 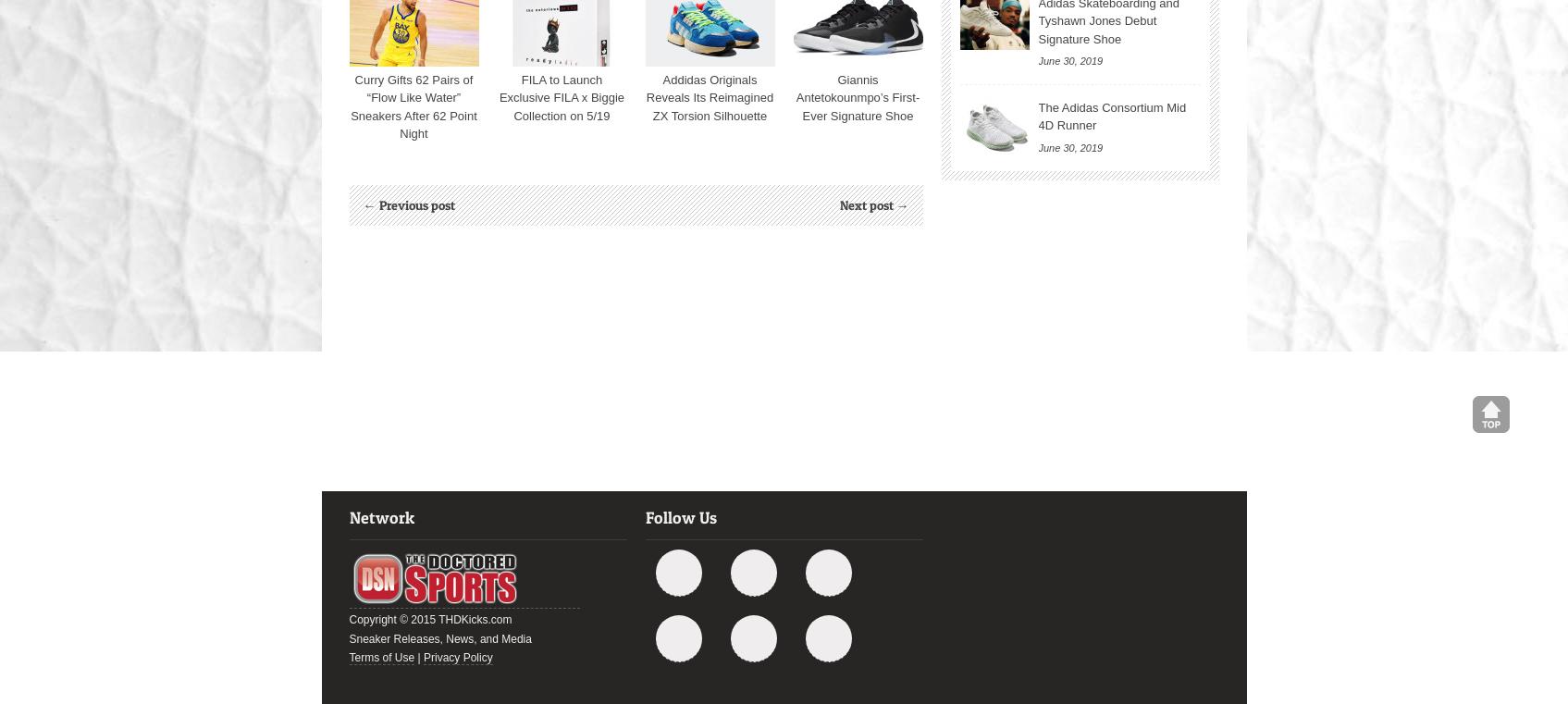 I want to click on '|', so click(x=418, y=658).